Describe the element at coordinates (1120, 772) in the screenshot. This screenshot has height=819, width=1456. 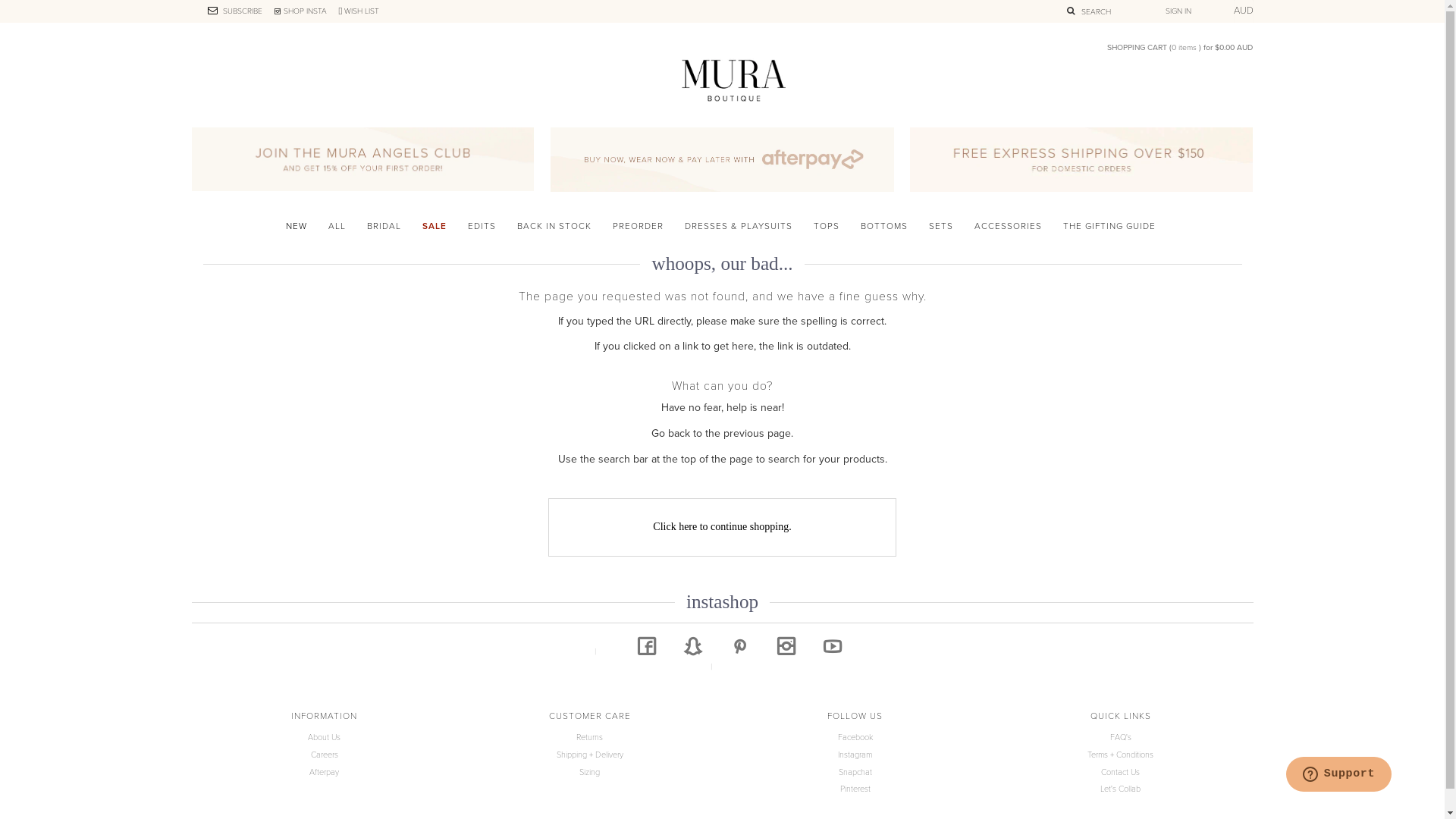
I see `'Contact Us'` at that location.